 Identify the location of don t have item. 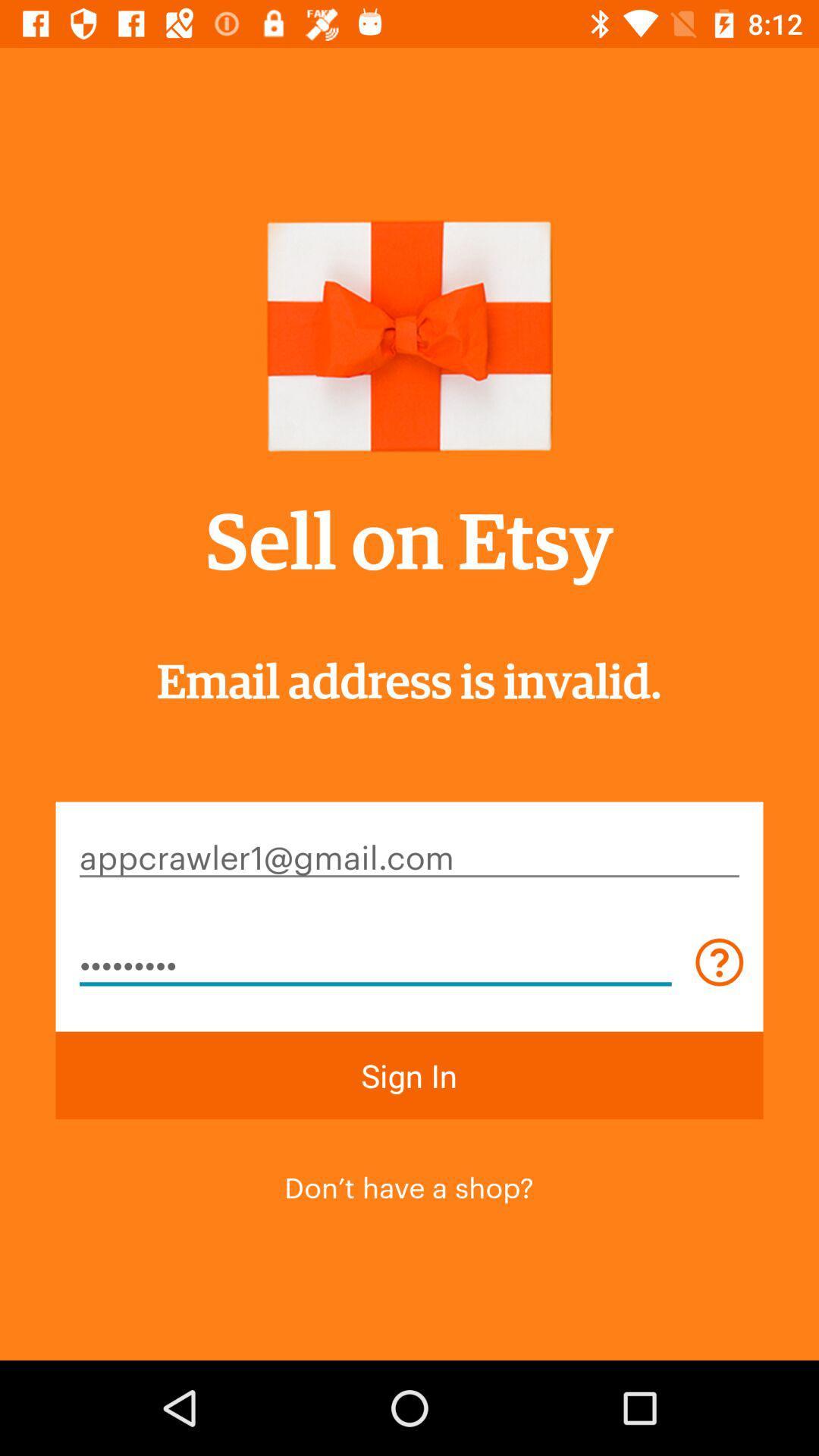
(408, 1185).